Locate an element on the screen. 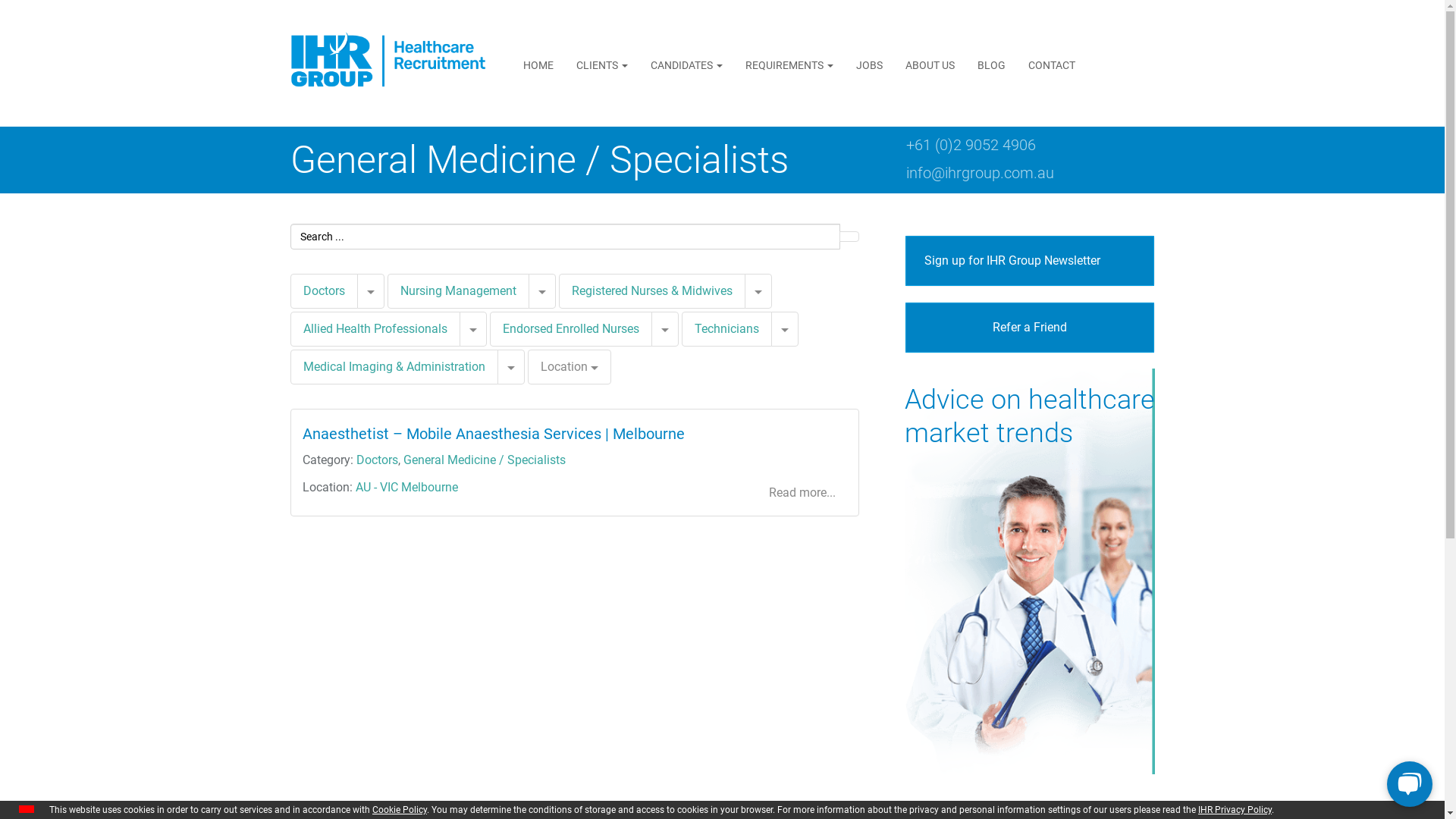  'IHR Privacy Policy' is located at coordinates (1235, 809).